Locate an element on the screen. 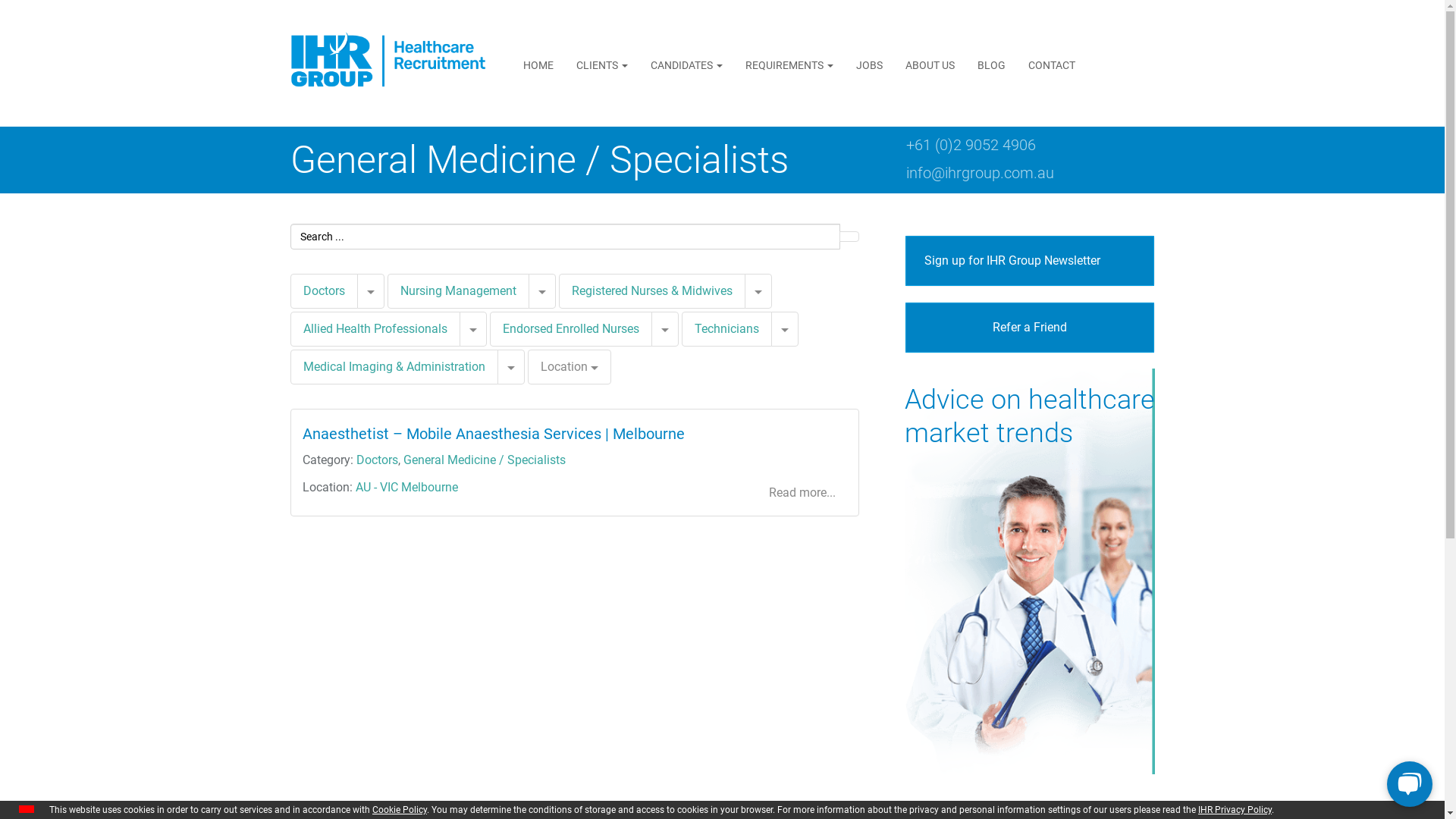  'IHR Privacy Policy' is located at coordinates (1235, 809).